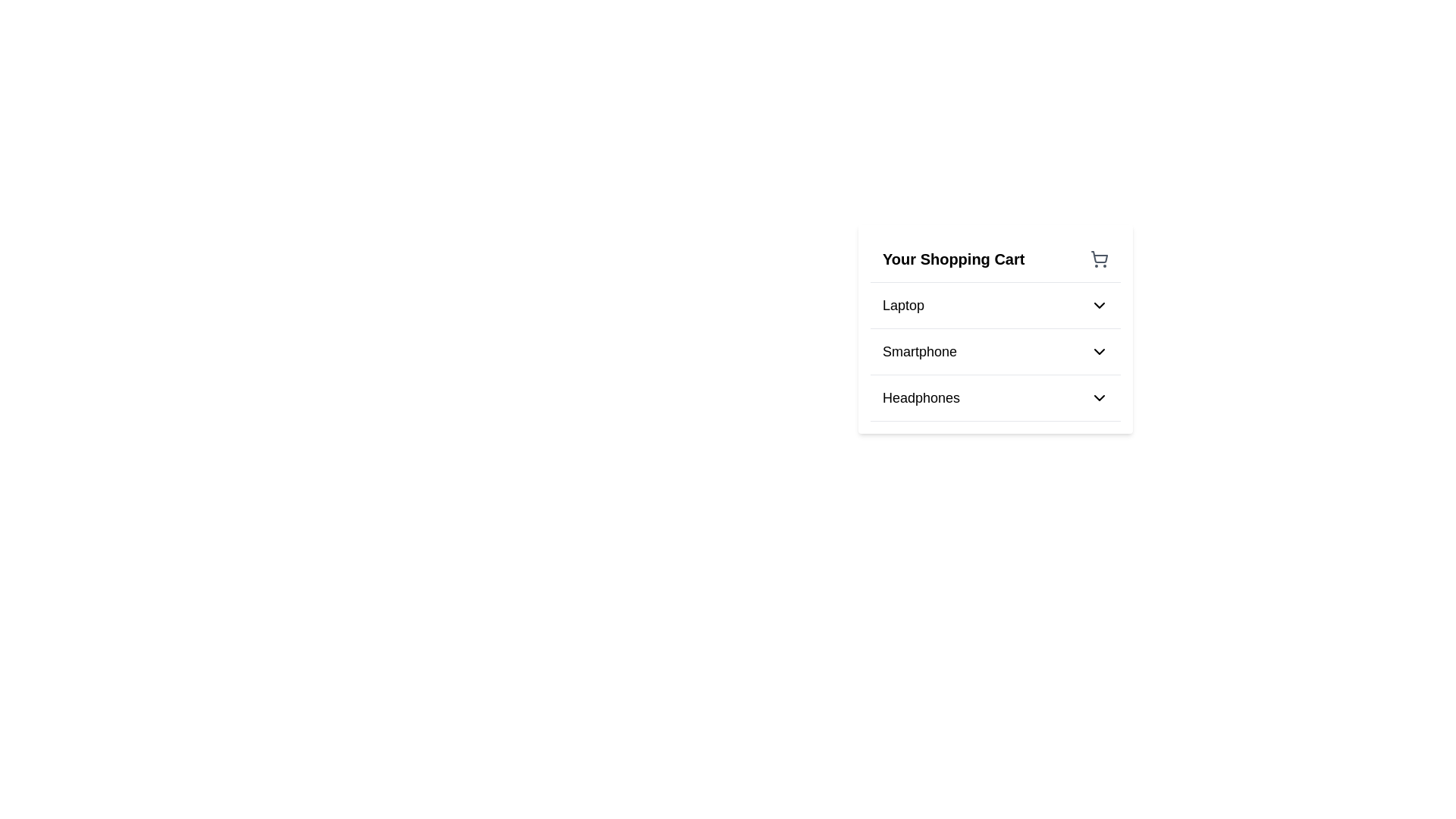 Image resolution: width=1456 pixels, height=819 pixels. Describe the element at coordinates (920, 397) in the screenshot. I see `the text label representing the product category or section that appears below the item labeled 'Smartphone' in 'Your Shopping Cart.'` at that location.